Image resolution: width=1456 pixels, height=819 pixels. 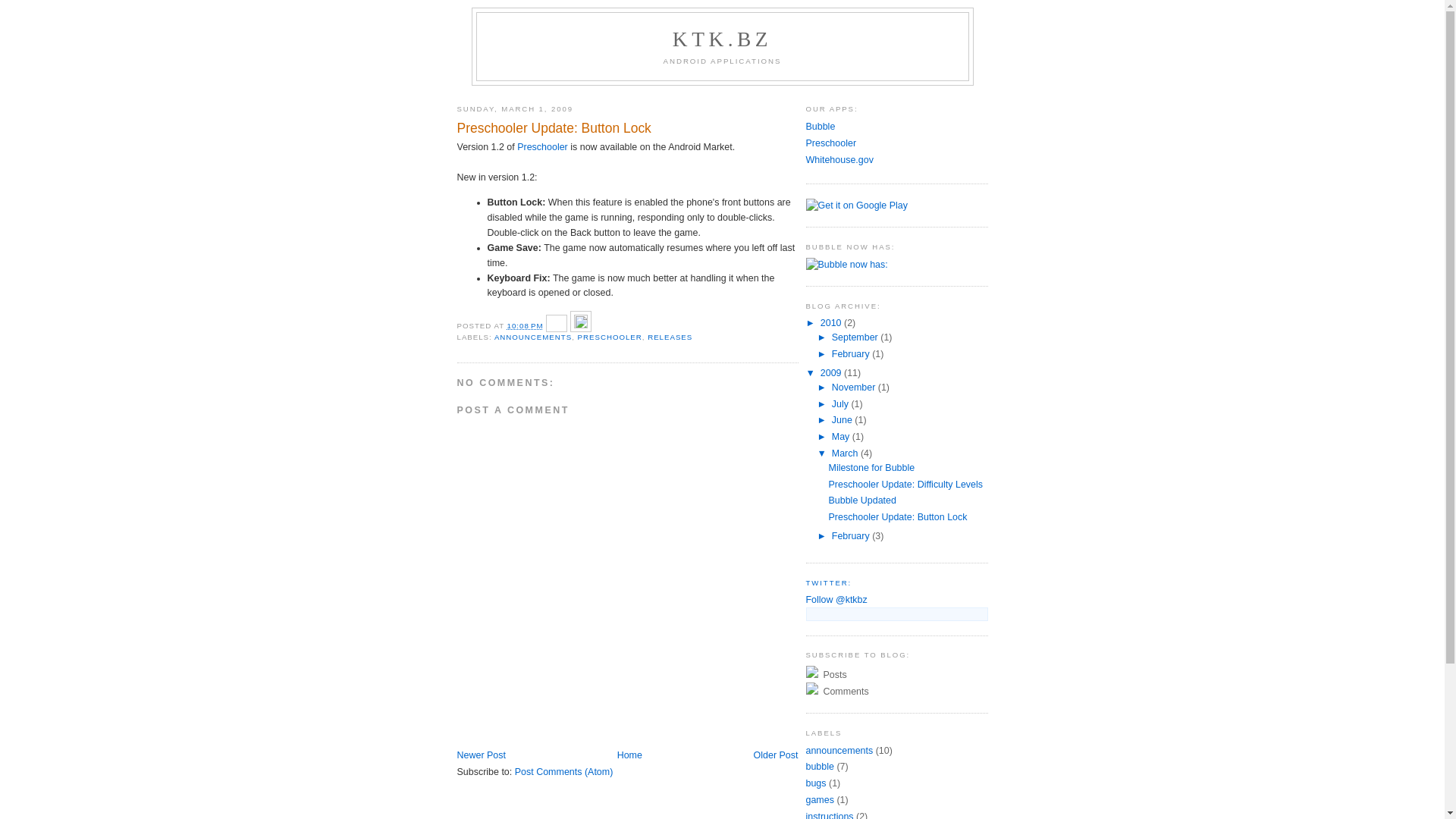 I want to click on 'Post Comments (Atom)', so click(x=563, y=772).